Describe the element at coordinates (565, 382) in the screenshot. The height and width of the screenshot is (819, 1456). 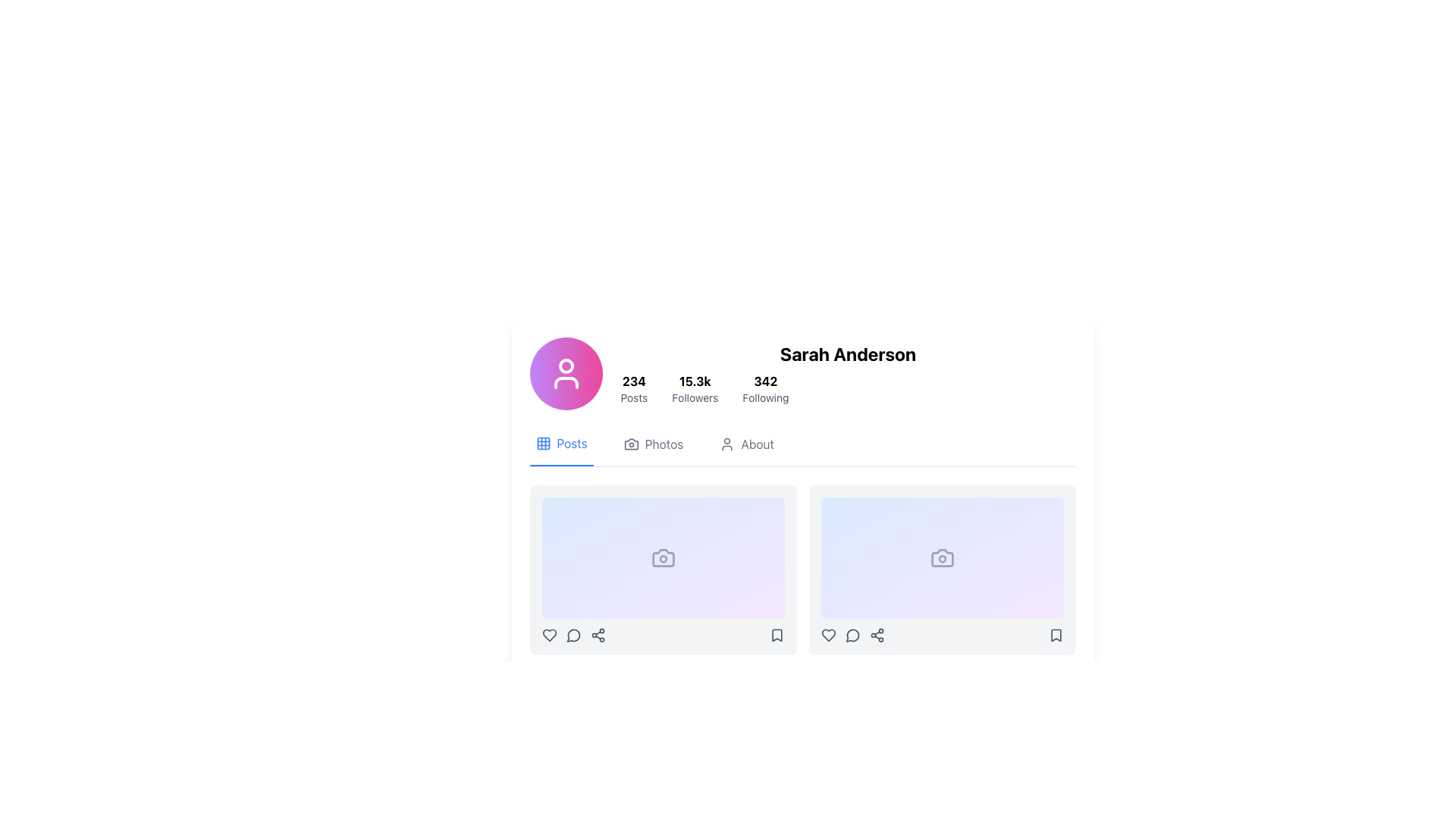
I see `the decorative SVG element that is part of the user avatar icon, located at the bottom of the circular shape in the top-left section of the profile interface` at that location.